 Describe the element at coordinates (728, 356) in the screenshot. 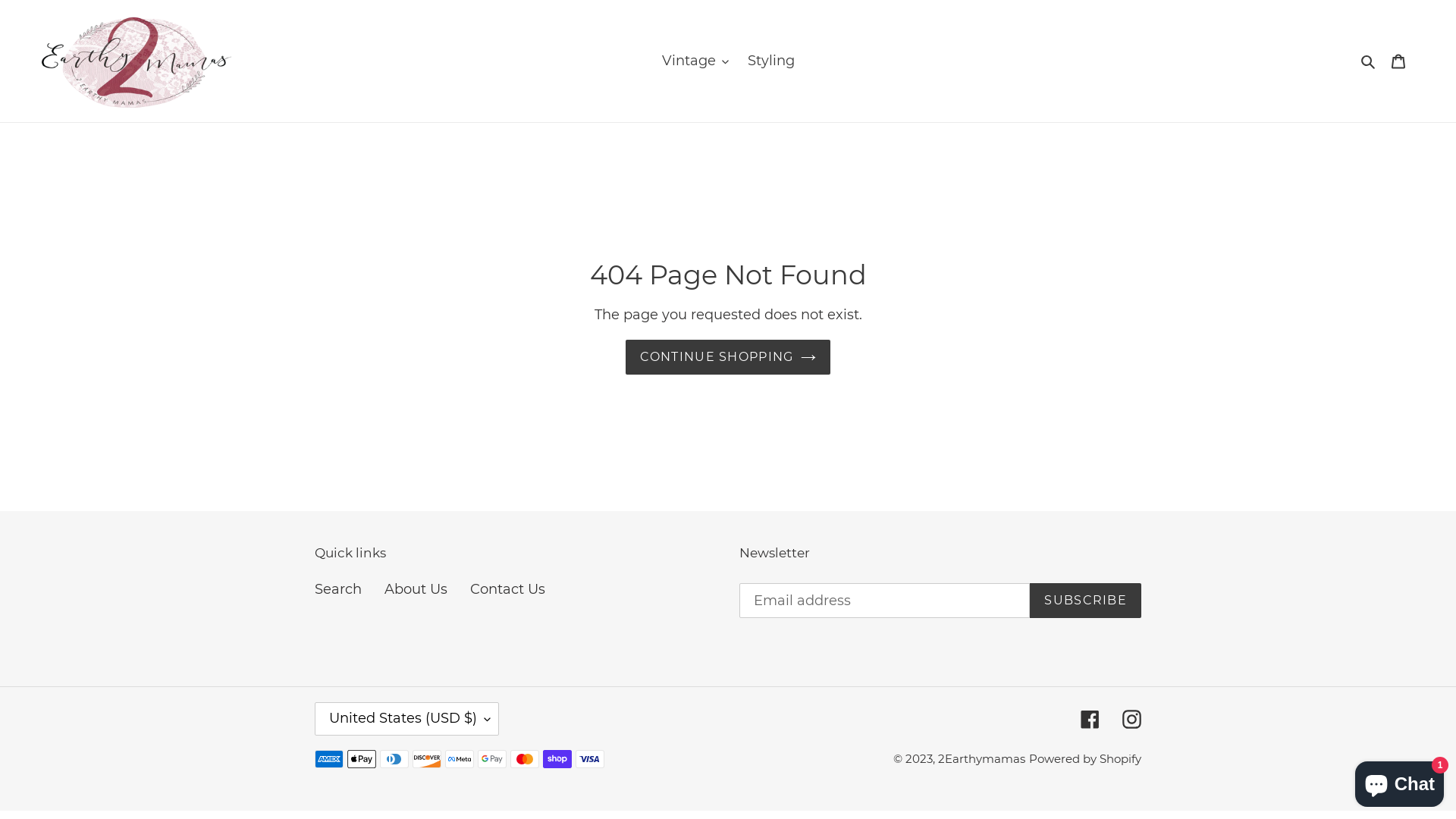

I see `'CONTINUE SHOPPING'` at that location.